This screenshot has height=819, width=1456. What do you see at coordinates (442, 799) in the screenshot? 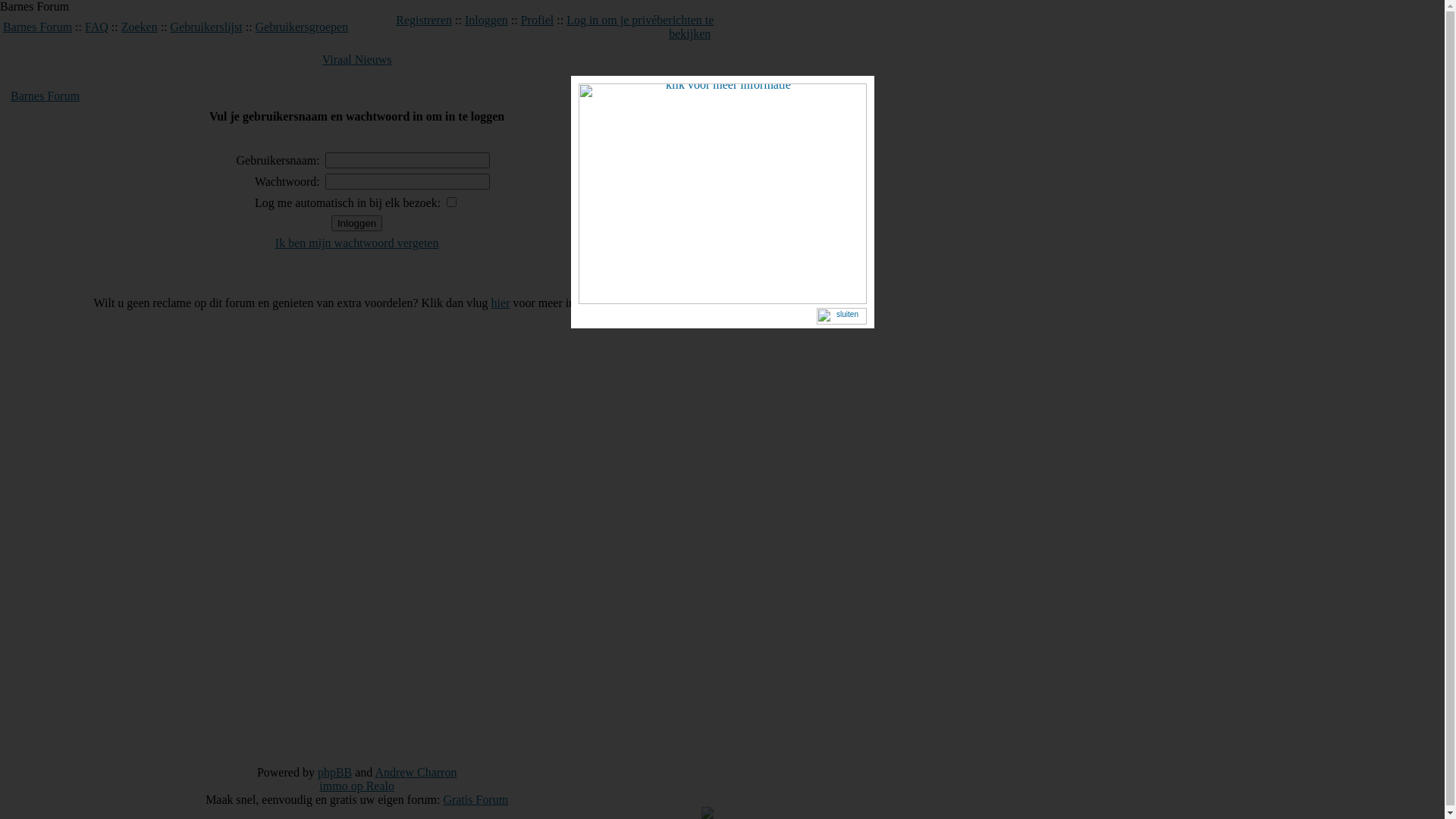
I see `'Gratis Forum'` at bounding box center [442, 799].